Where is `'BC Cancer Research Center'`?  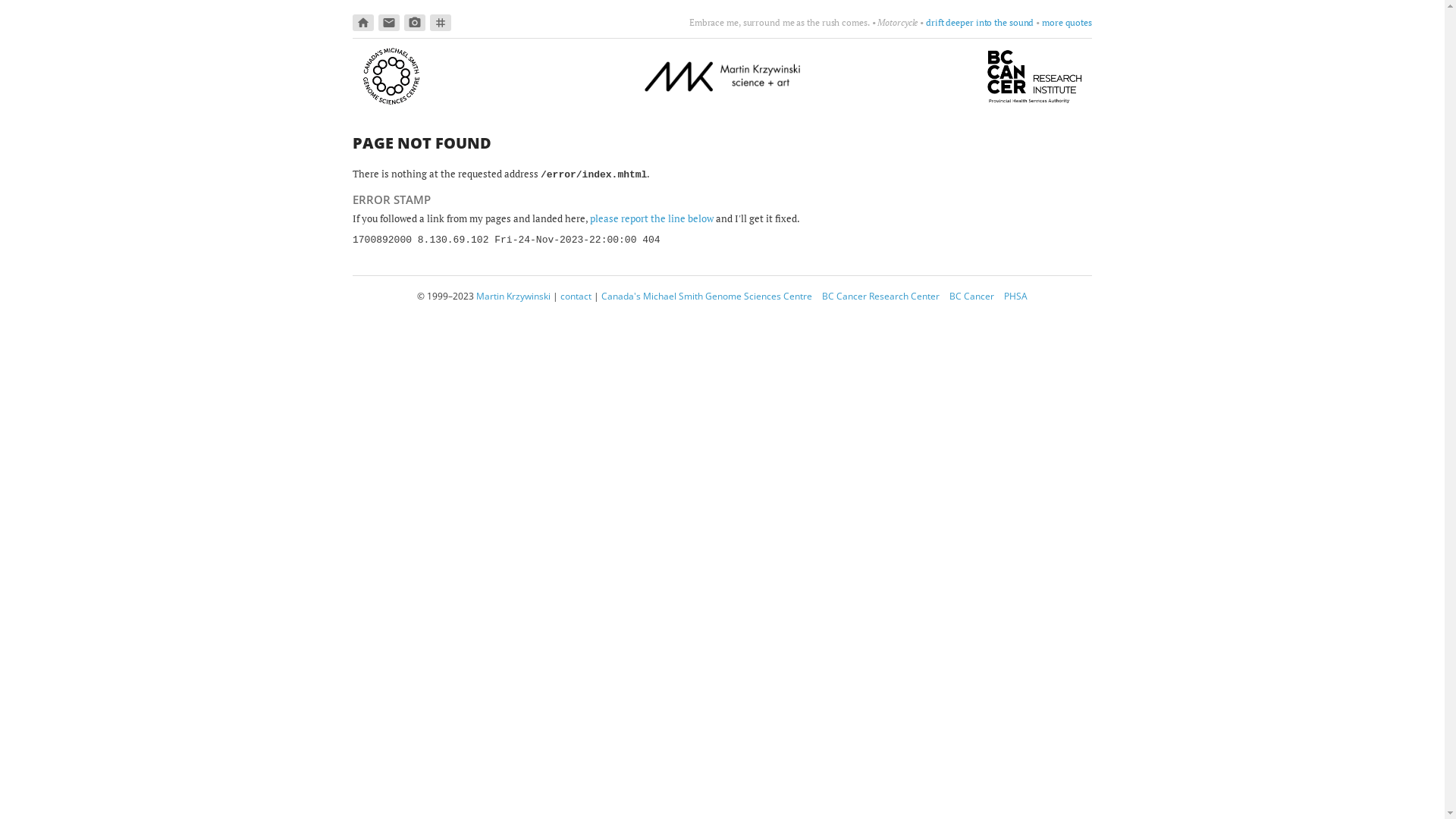
'BC Cancer Research Center' is located at coordinates (880, 296).